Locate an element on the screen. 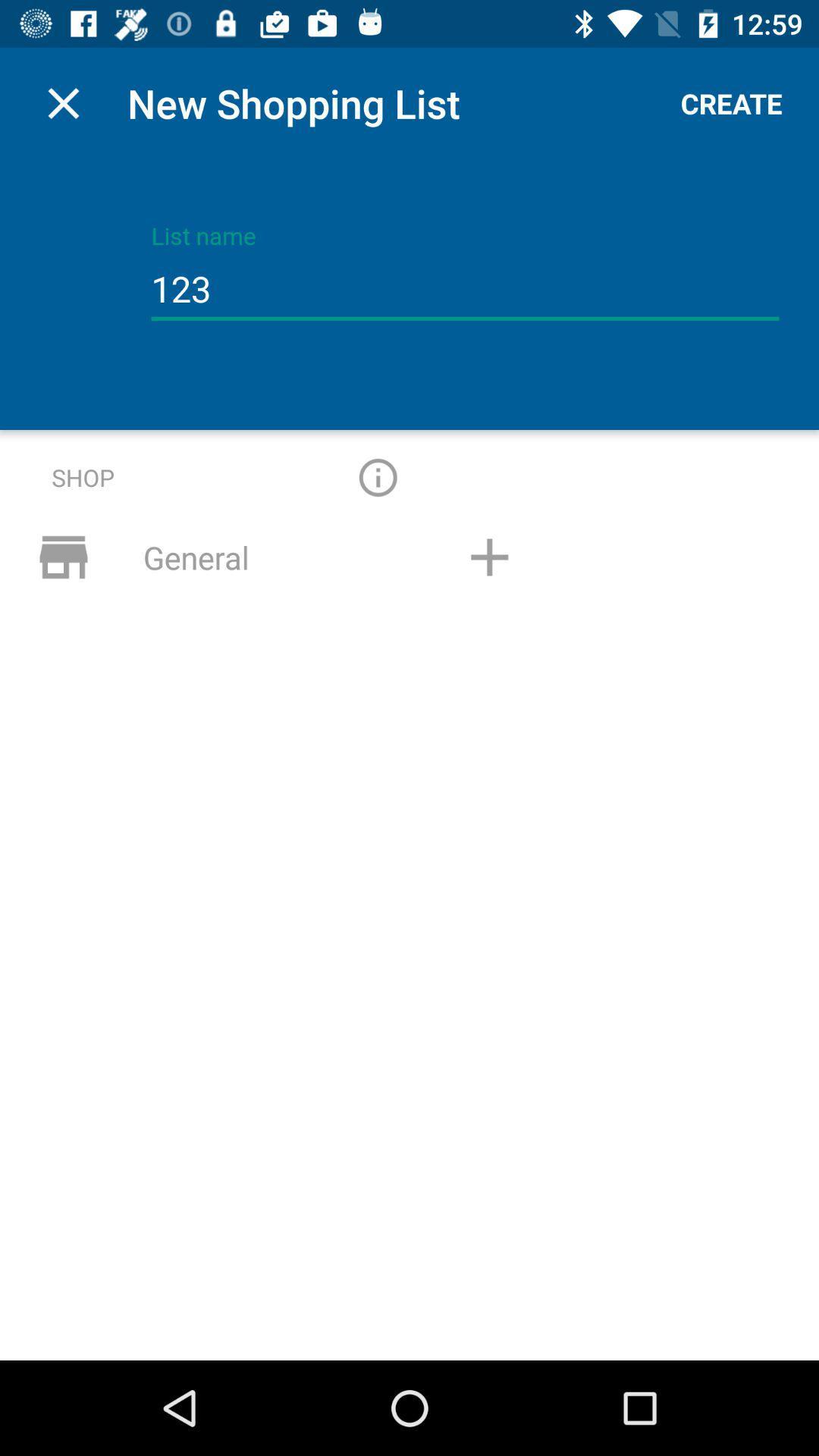 The height and width of the screenshot is (1456, 819). more information is located at coordinates (377, 476).